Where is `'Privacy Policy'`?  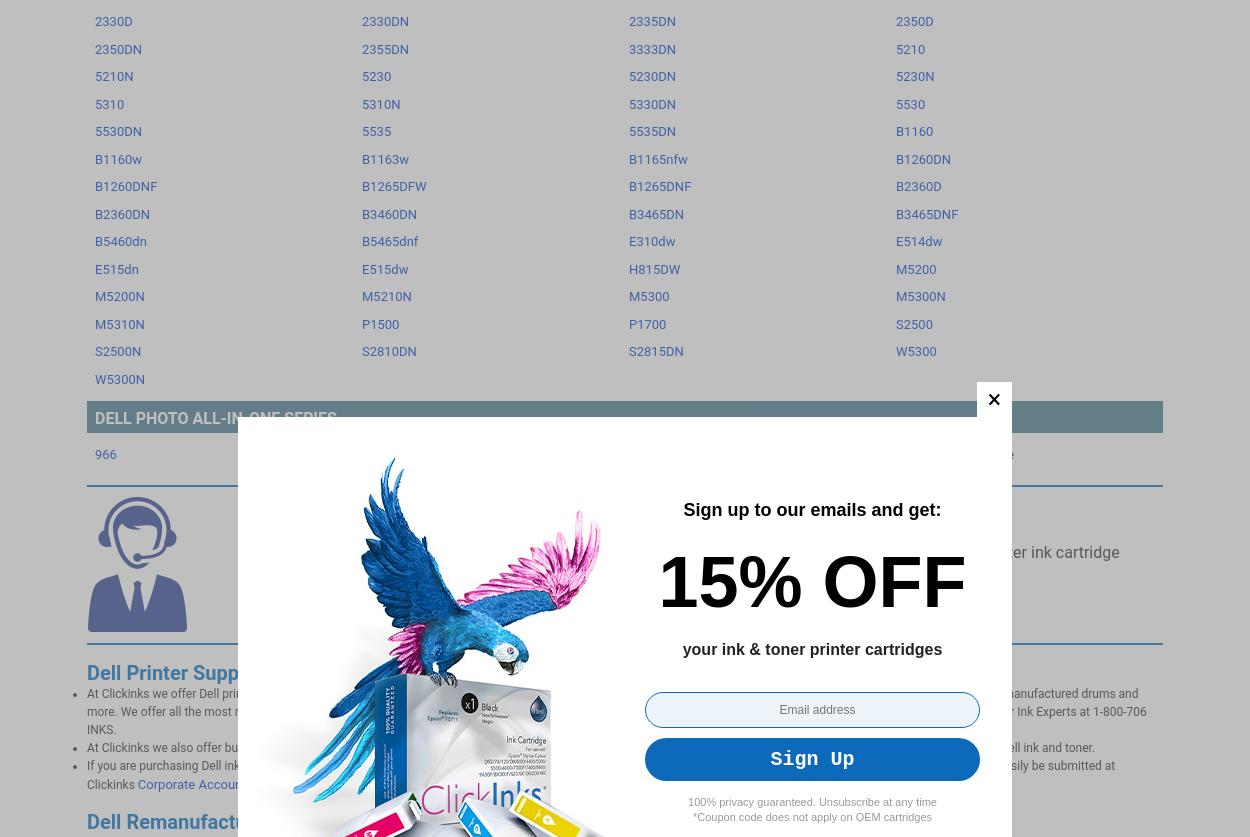
'Privacy Policy' is located at coordinates (380, 77).